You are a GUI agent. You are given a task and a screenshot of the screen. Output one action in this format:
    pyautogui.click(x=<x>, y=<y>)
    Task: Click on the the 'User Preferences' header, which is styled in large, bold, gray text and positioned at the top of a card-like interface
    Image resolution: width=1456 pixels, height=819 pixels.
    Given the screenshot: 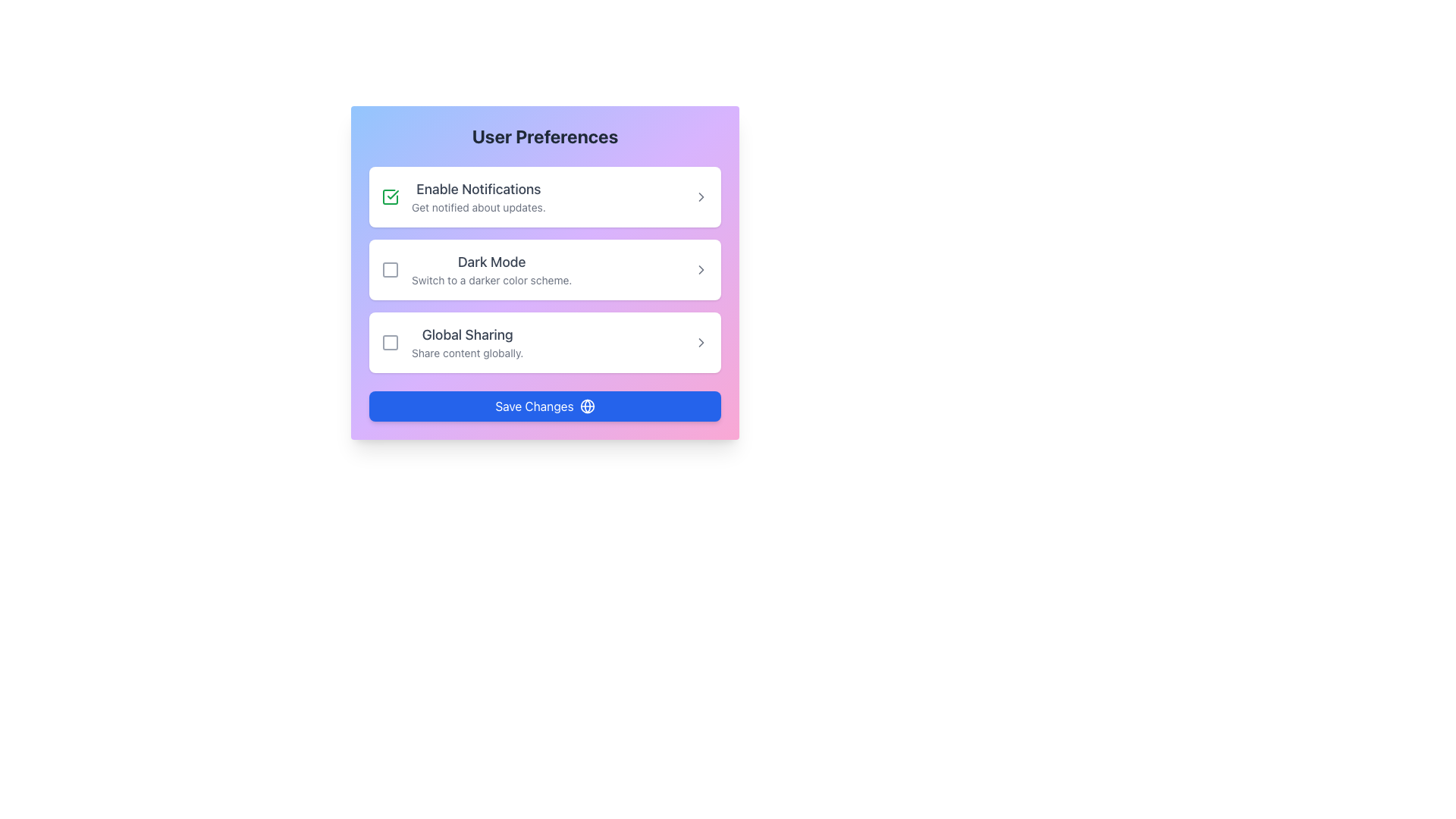 What is the action you would take?
    pyautogui.click(x=545, y=136)
    